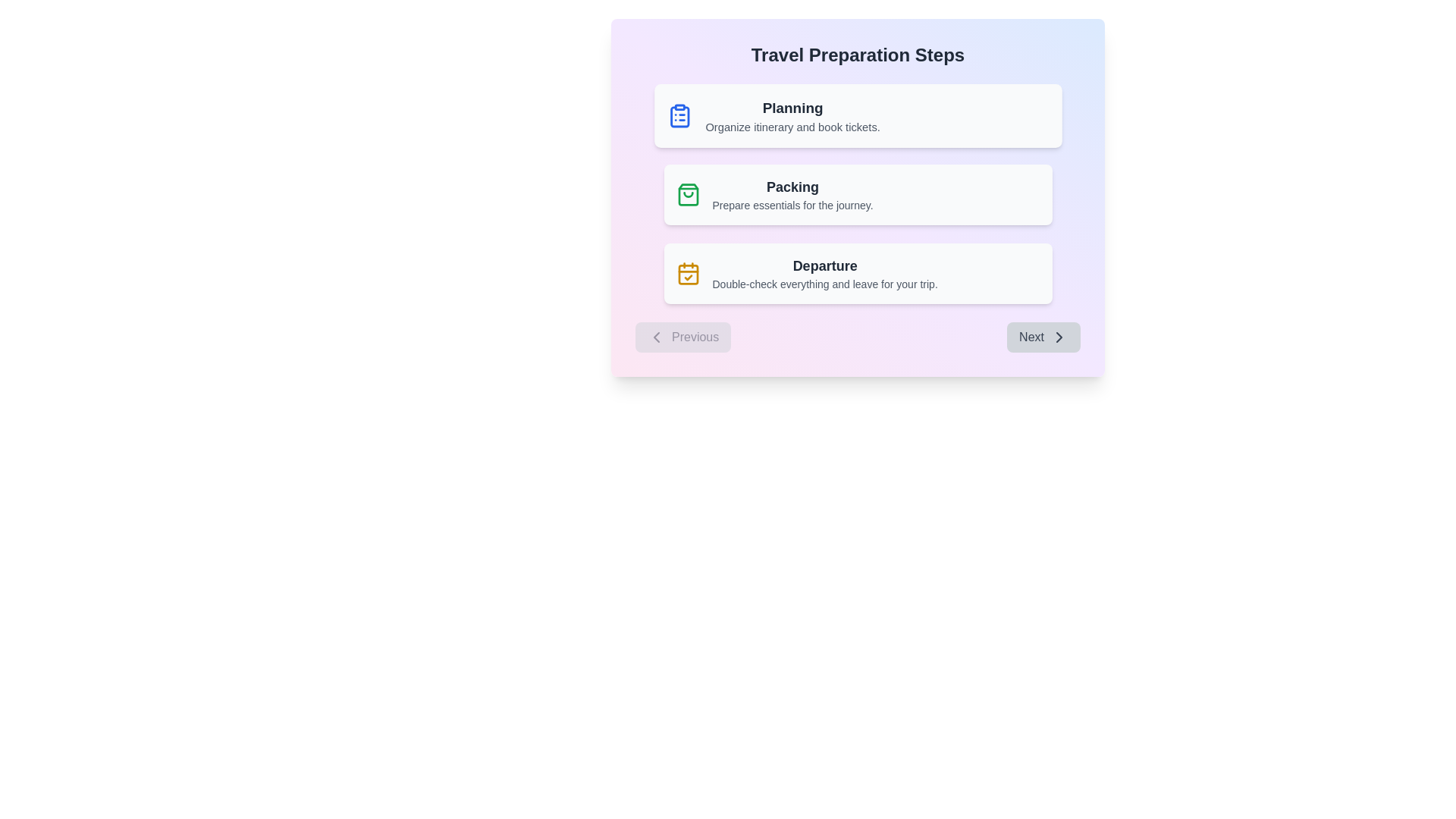 Image resolution: width=1456 pixels, height=819 pixels. What do you see at coordinates (824, 284) in the screenshot?
I see `the static text label providing details for the 'Departure' phase in the travel preparation checklist, located beneath the 'Departure' title in the third section of the interface` at bounding box center [824, 284].